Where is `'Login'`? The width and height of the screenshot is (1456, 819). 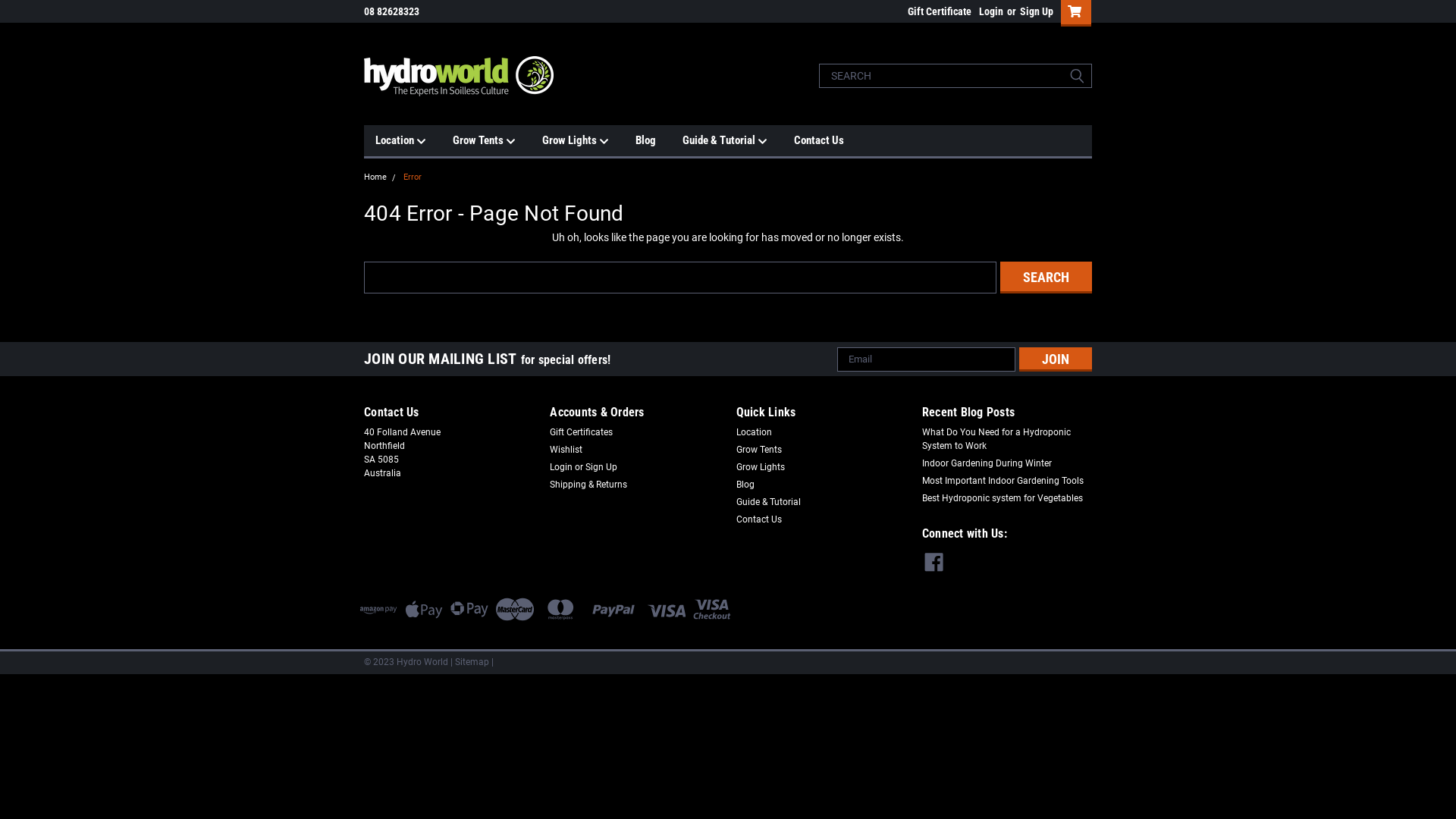
'Login' is located at coordinates (990, 11).